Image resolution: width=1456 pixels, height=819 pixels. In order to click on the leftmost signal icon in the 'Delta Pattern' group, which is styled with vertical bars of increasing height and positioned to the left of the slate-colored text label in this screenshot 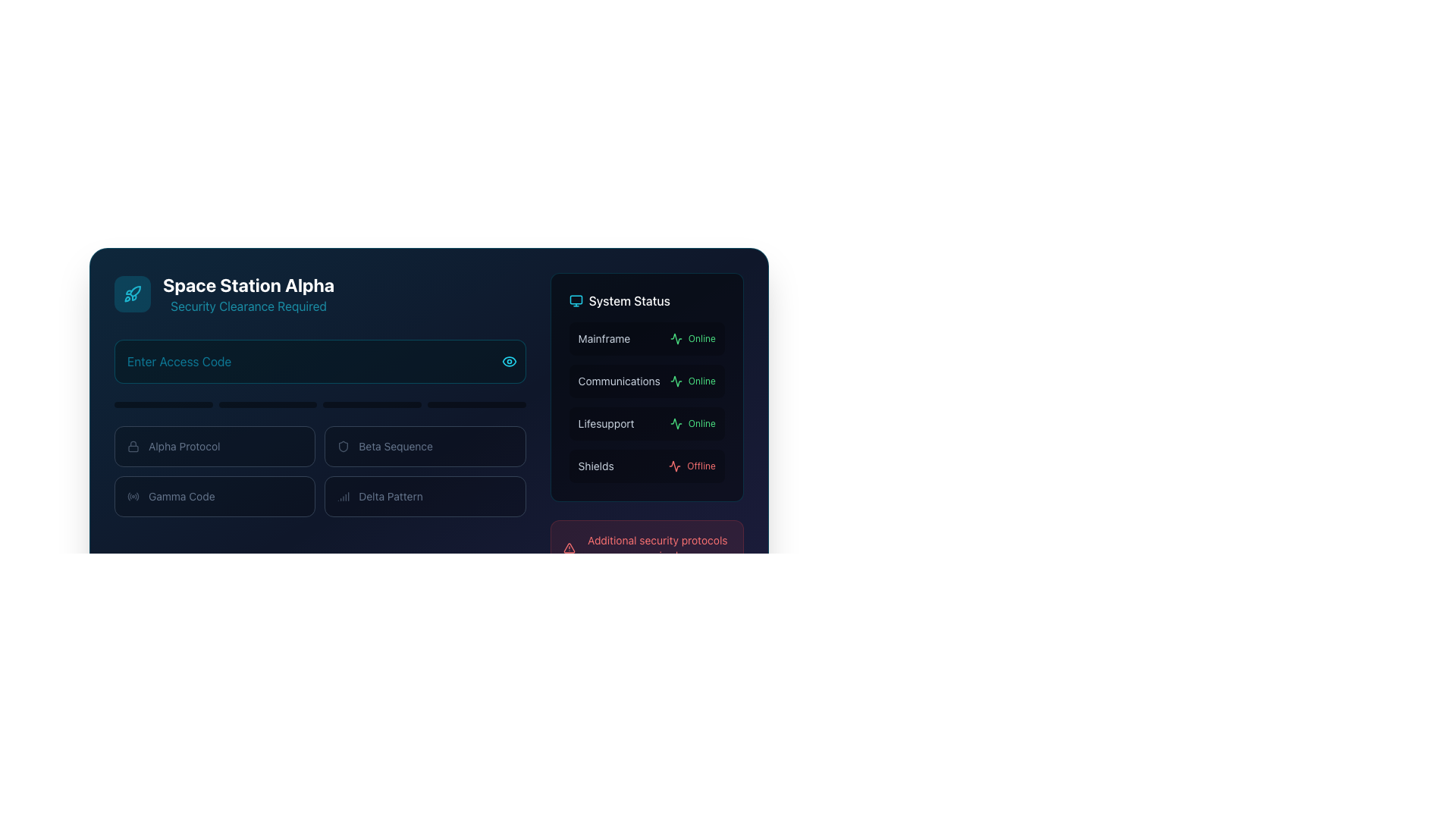, I will do `click(343, 497)`.